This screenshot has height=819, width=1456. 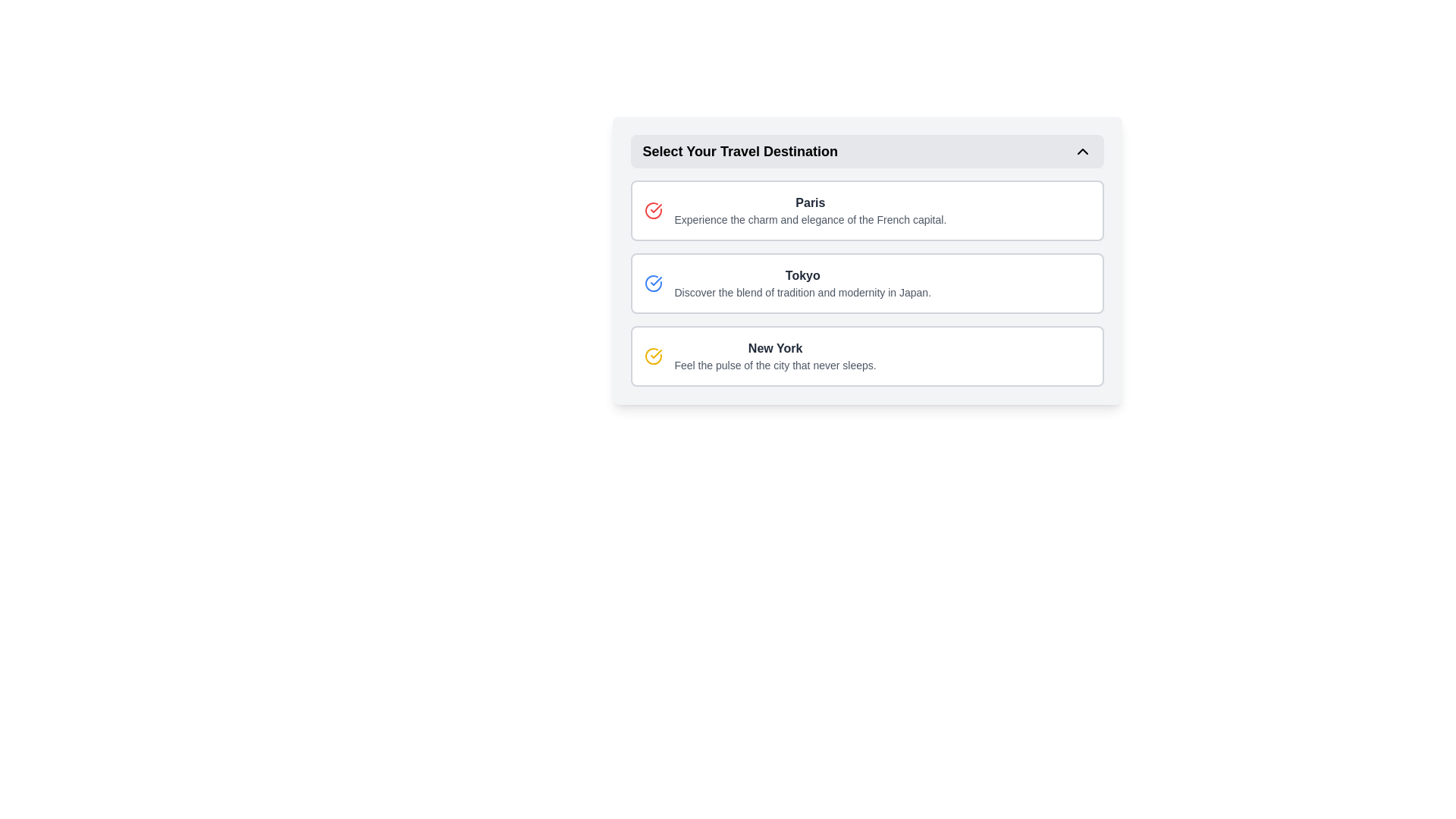 What do you see at coordinates (1081, 152) in the screenshot?
I see `the Chevron Up icon located at the far right-hand side of the 'Select Your Travel Destination' header` at bounding box center [1081, 152].